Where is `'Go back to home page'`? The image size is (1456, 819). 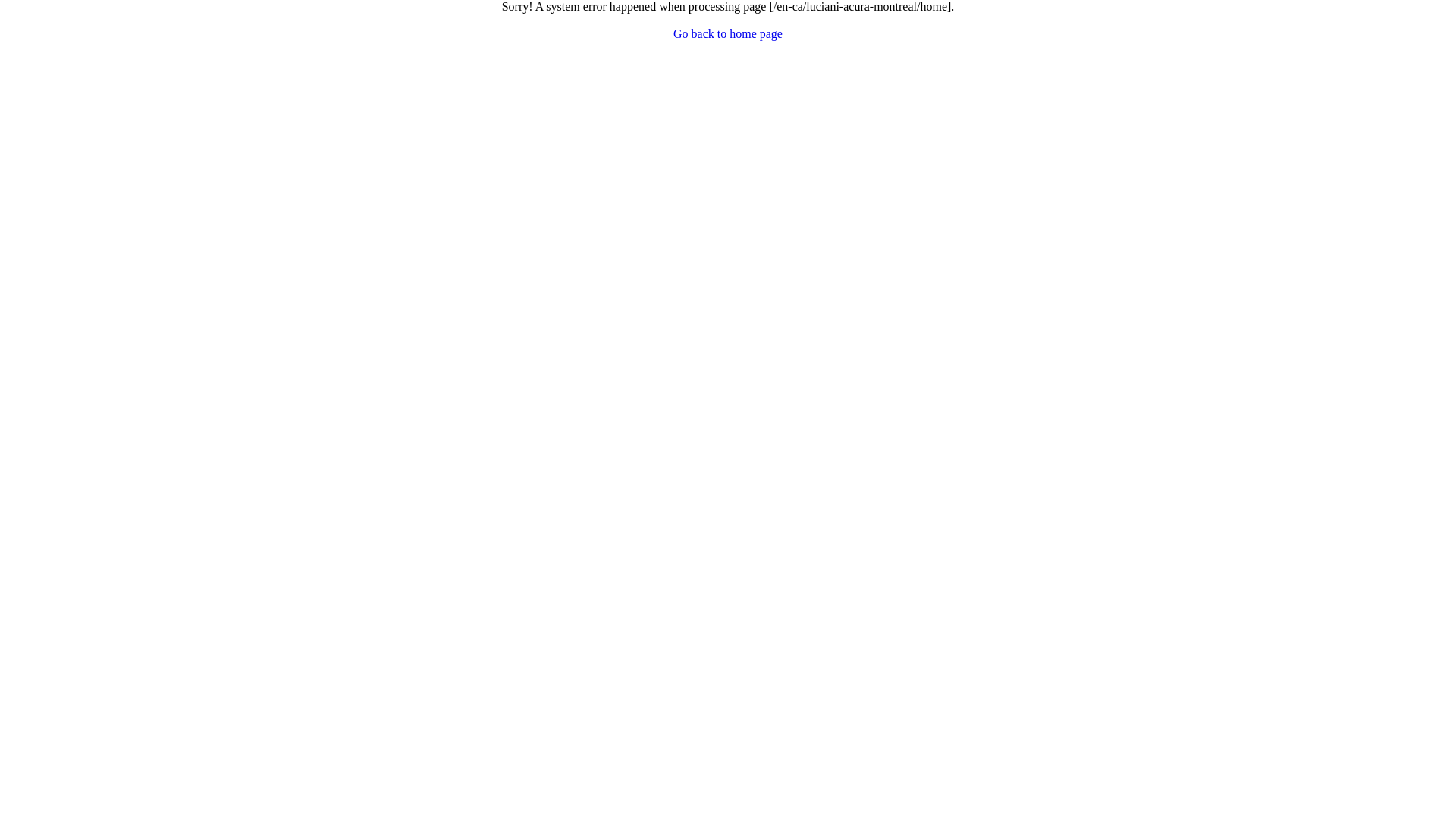 'Go back to home page' is located at coordinates (673, 33).